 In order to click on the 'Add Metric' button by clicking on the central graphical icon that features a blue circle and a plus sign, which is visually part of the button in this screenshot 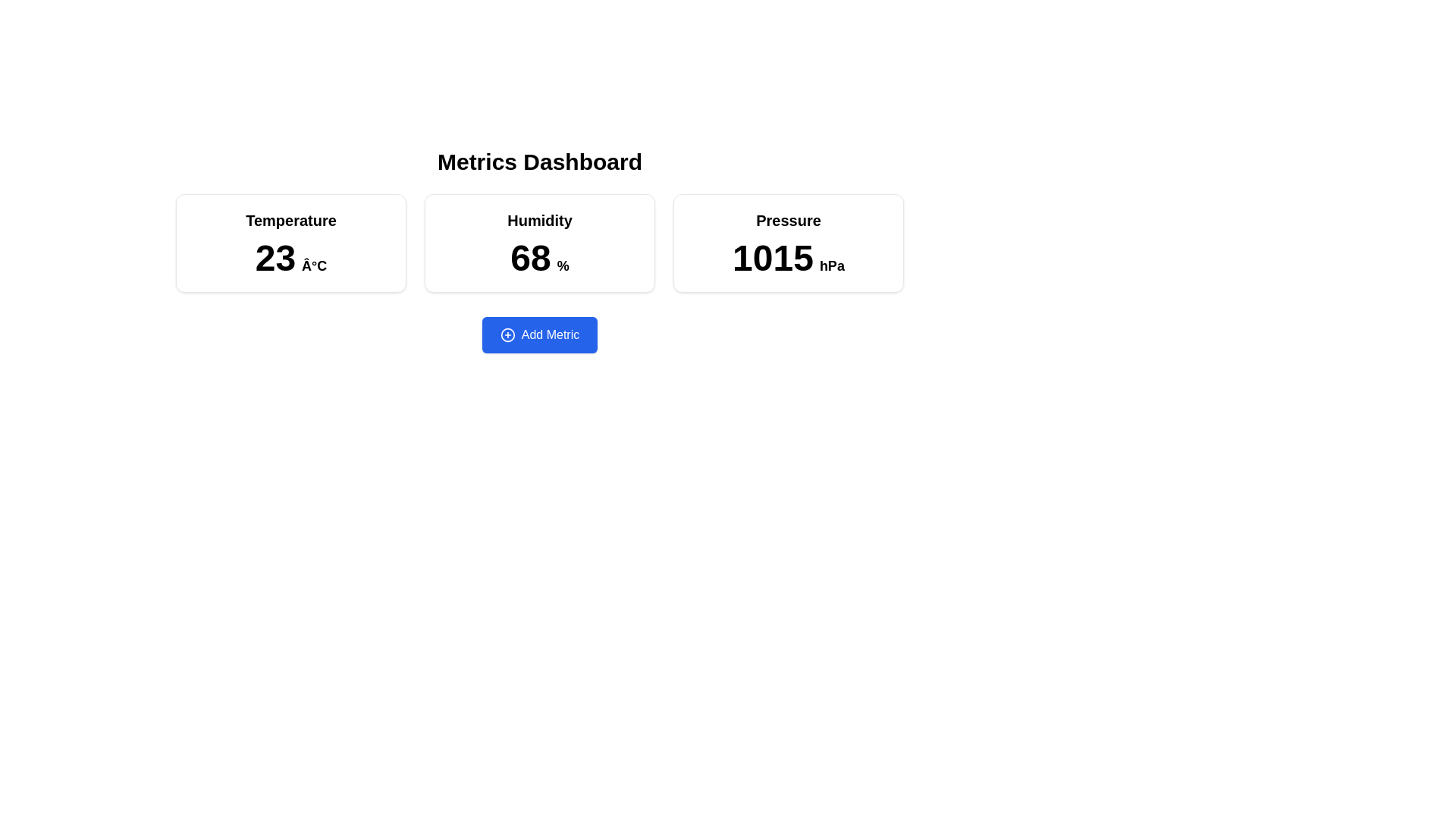, I will do `click(507, 334)`.